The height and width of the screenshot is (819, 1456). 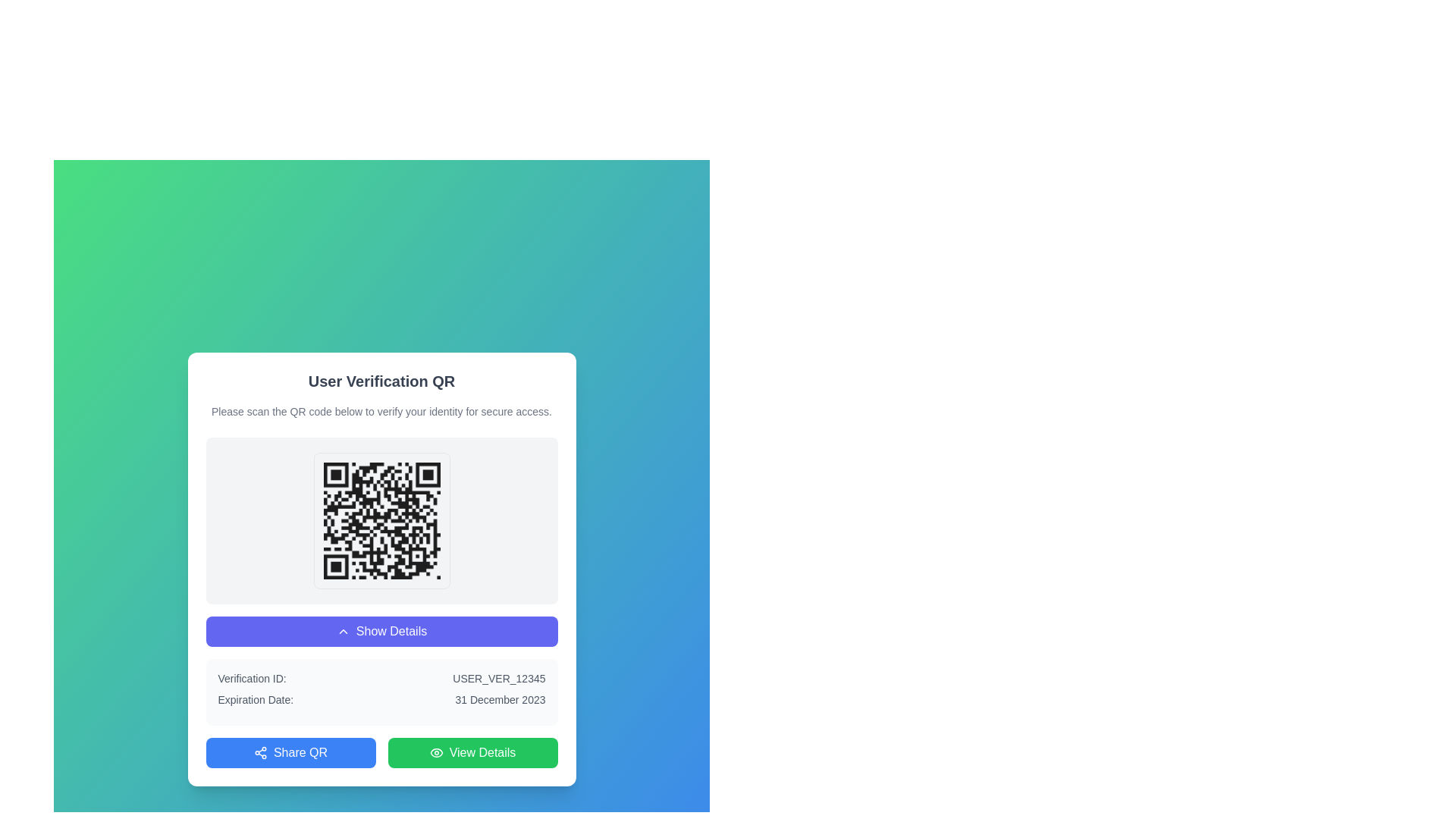 What do you see at coordinates (260, 752) in the screenshot?
I see `the share icon, which is part of the 'Share QR' button at the bottom-left corner of the card, visually positioned to the left of the text 'Share QR'` at bounding box center [260, 752].